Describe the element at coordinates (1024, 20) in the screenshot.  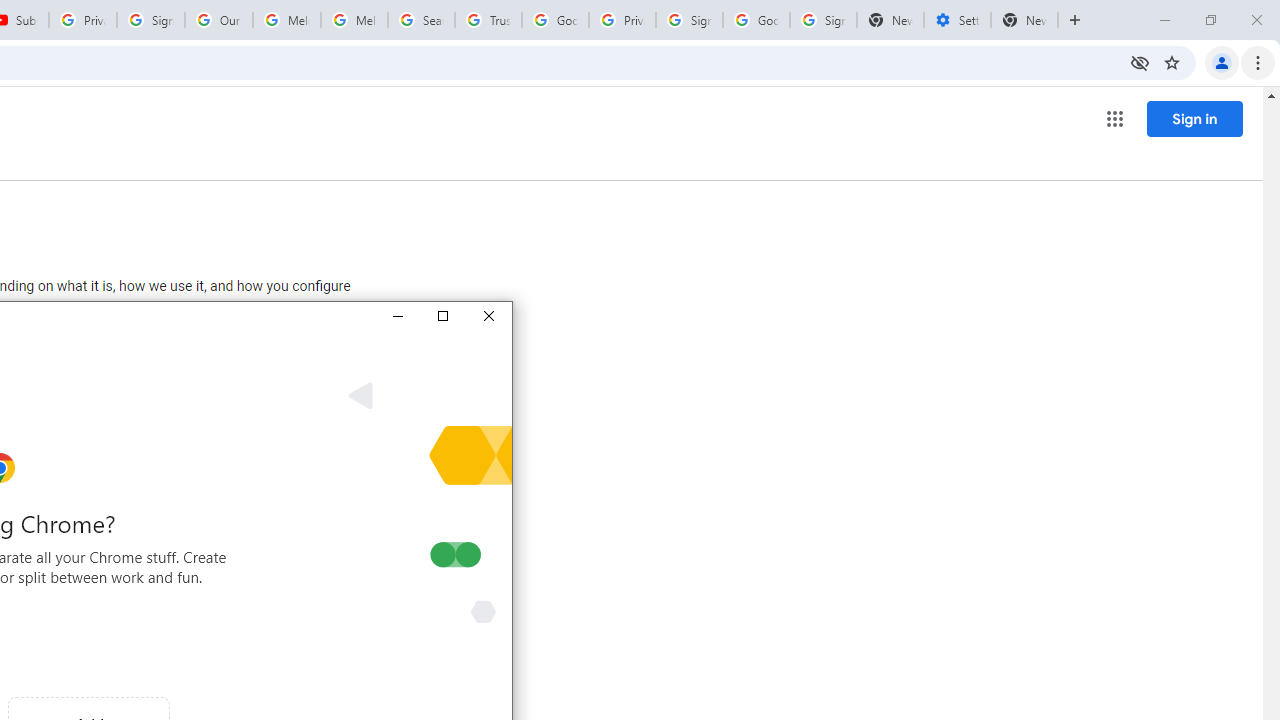
I see `'New Tab'` at that location.